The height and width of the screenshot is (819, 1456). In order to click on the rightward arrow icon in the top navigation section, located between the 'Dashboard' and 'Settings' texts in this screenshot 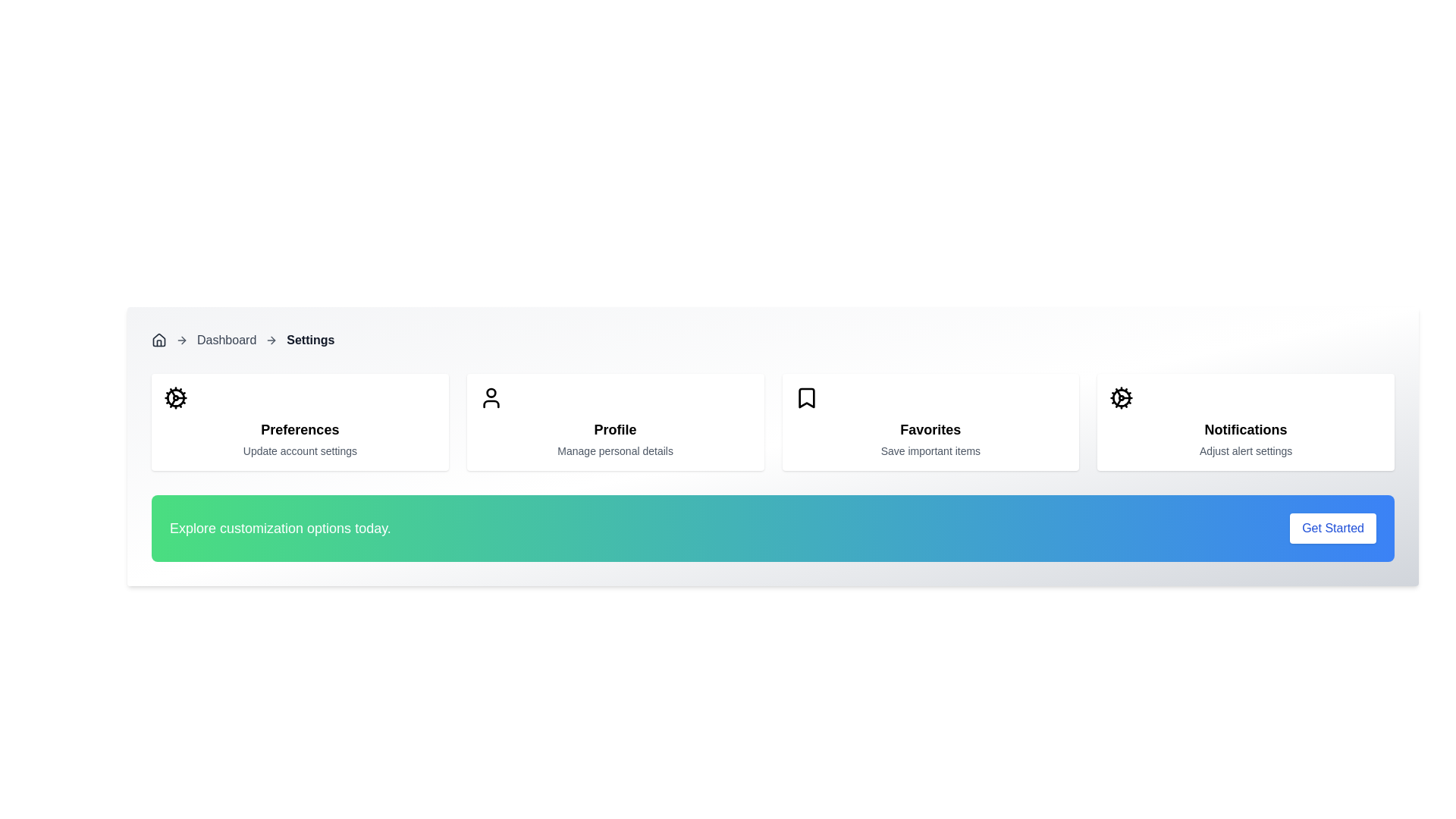, I will do `click(271, 339)`.